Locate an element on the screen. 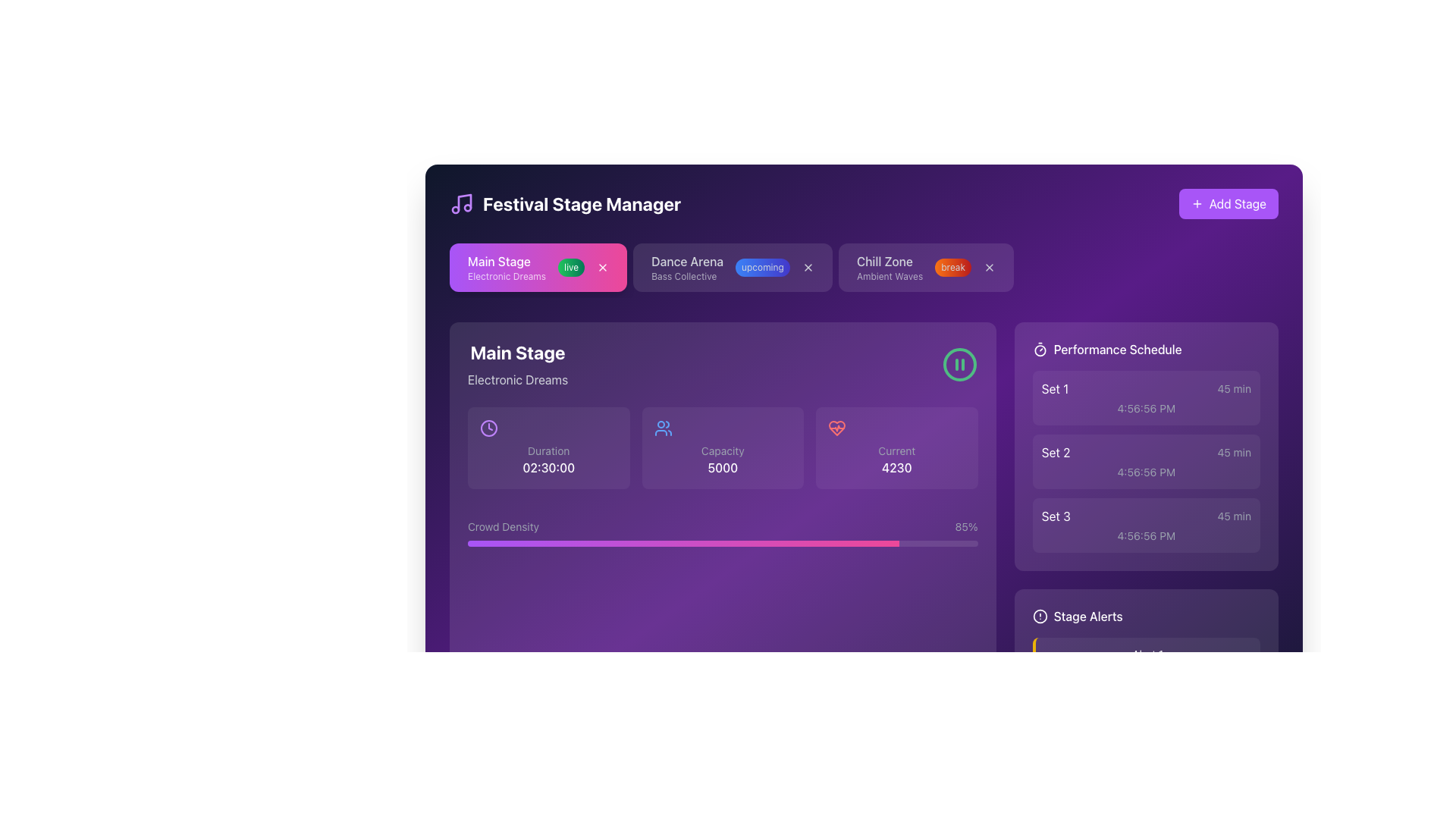  the small text label displaying '45 min' which is part of the 'Set 1' card in the 'Performance Schedule' section, located on the far right side and right-aligned to 'Set 1 4:56:56 PM' is located at coordinates (1234, 388).